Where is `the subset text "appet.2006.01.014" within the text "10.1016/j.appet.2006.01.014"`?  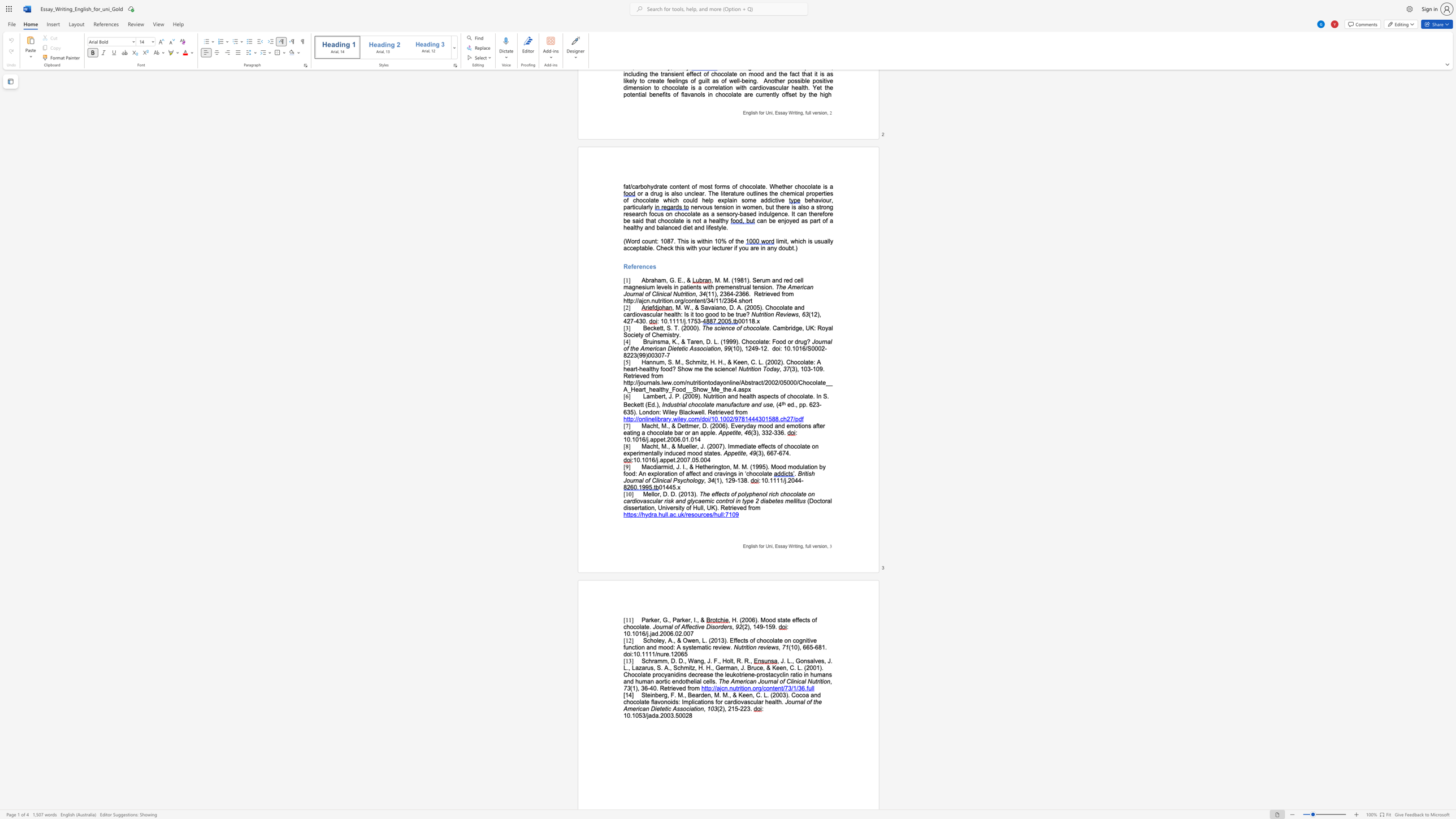 the subset text "appet.2006.01.014" within the text "10.1016/j.appet.2006.01.014" is located at coordinates (649, 439).